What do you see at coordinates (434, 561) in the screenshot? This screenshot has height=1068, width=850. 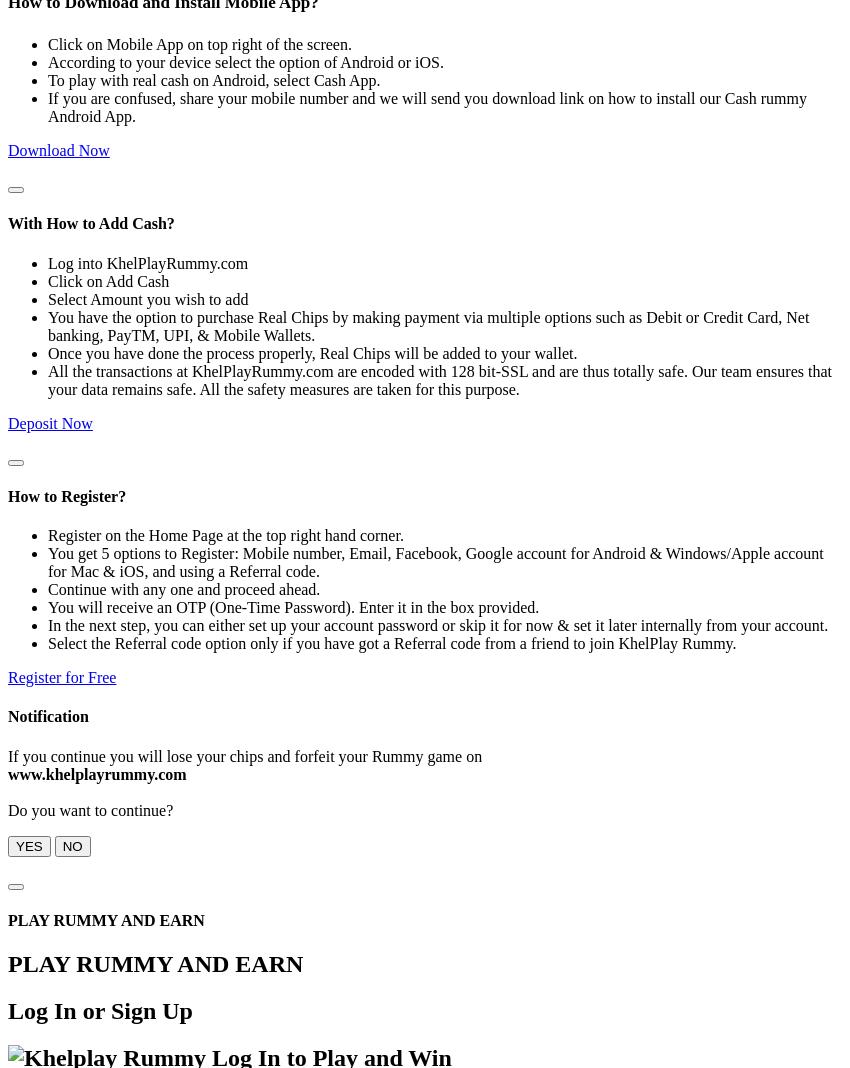 I see `'You get 5 options to Register: Mobile number, Email, Facebook, Google account for Android & Windows/Apple account for Mac & iOS, and using a Referral code.'` at bounding box center [434, 561].